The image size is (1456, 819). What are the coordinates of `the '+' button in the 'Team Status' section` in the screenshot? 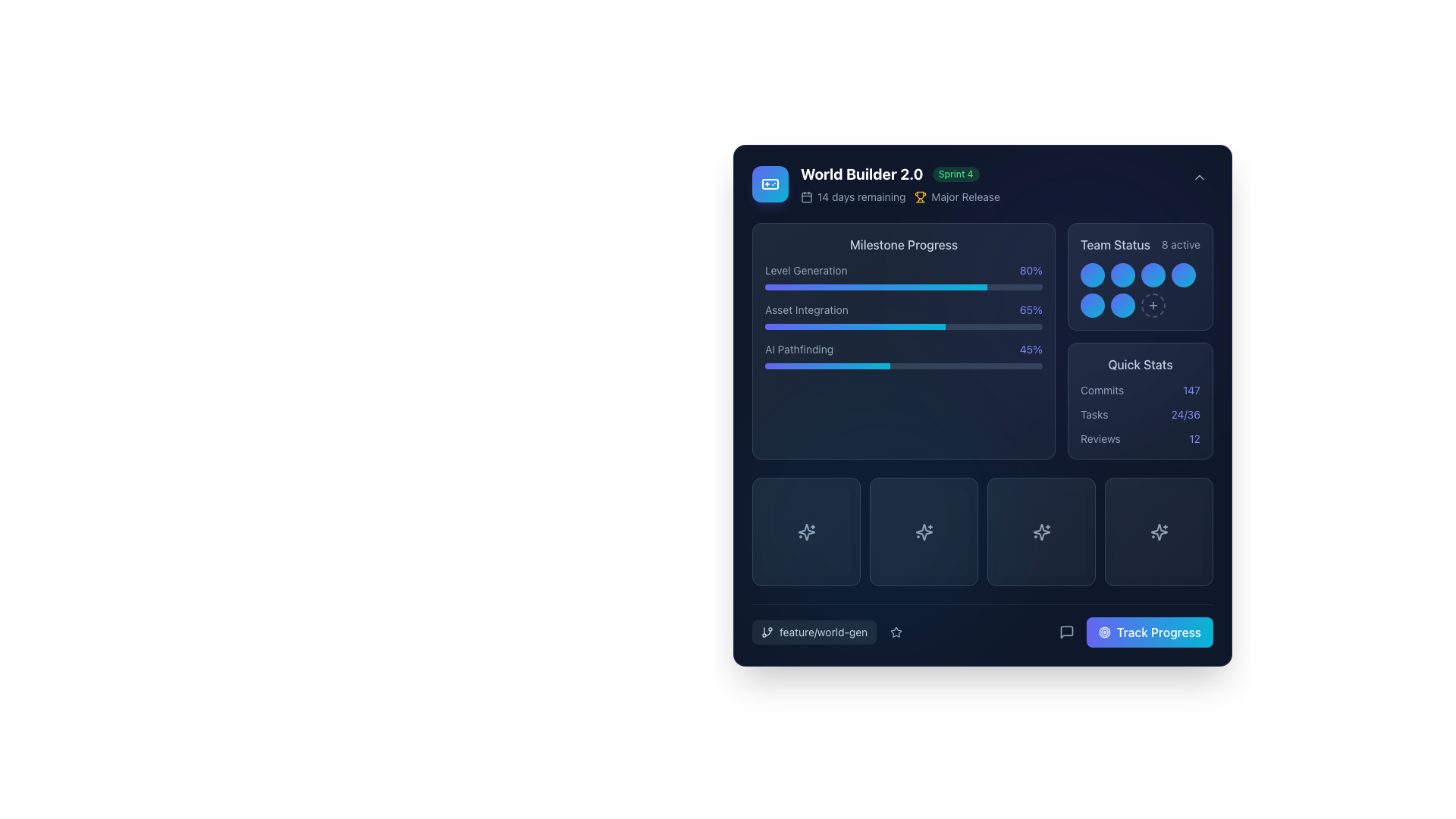 It's located at (1153, 305).